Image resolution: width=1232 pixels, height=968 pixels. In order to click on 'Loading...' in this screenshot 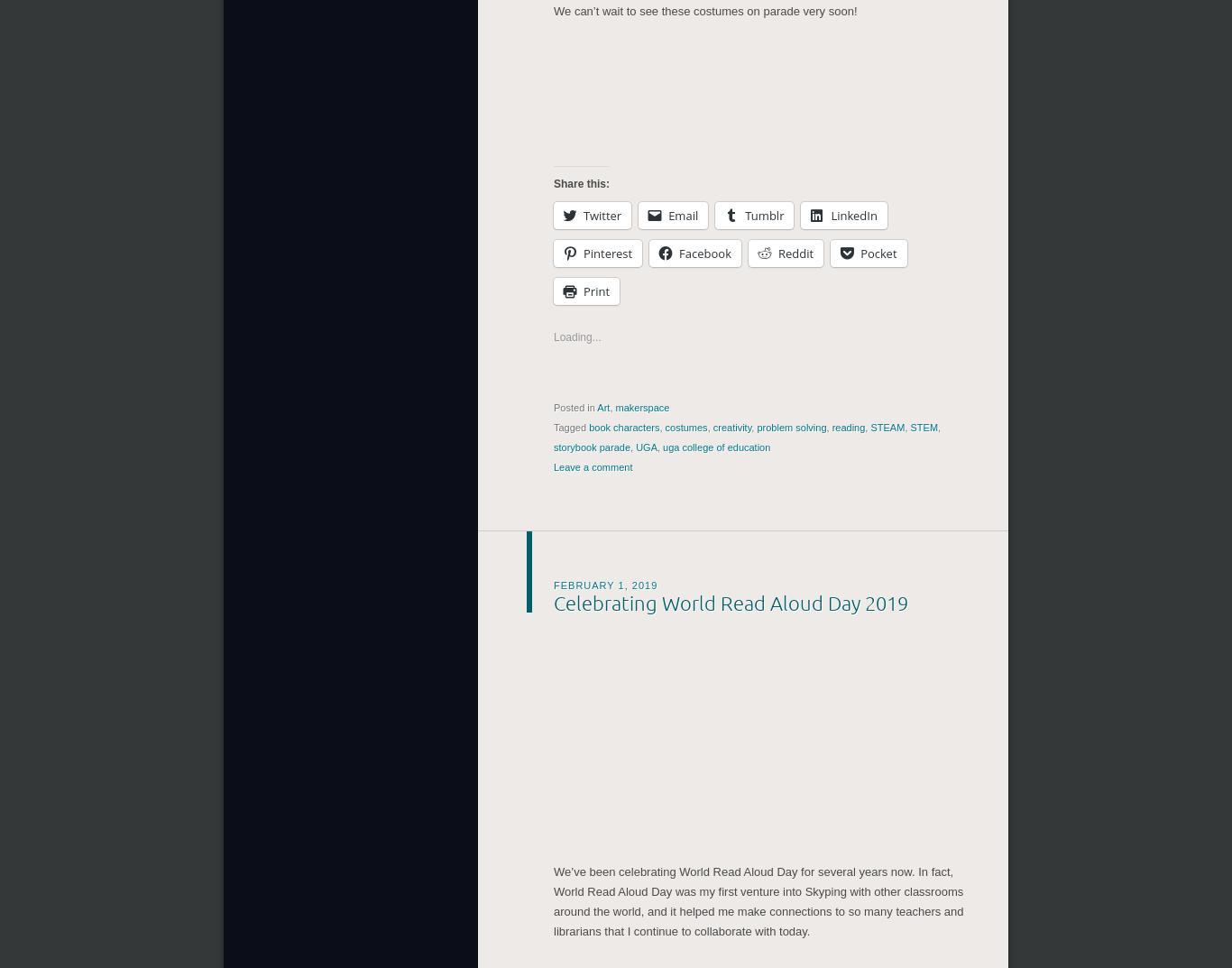, I will do `click(575, 332)`.